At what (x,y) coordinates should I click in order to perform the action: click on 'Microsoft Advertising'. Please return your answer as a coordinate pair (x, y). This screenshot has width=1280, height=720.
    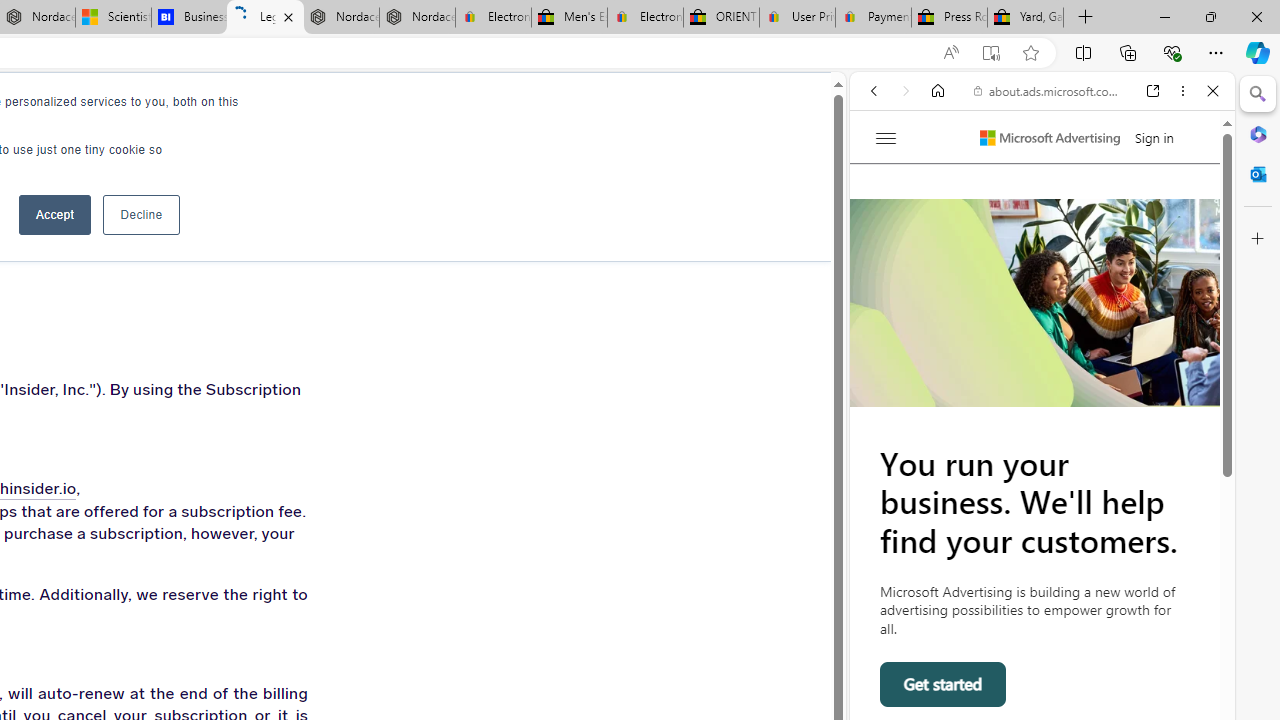
    Looking at the image, I should click on (1049, 137).